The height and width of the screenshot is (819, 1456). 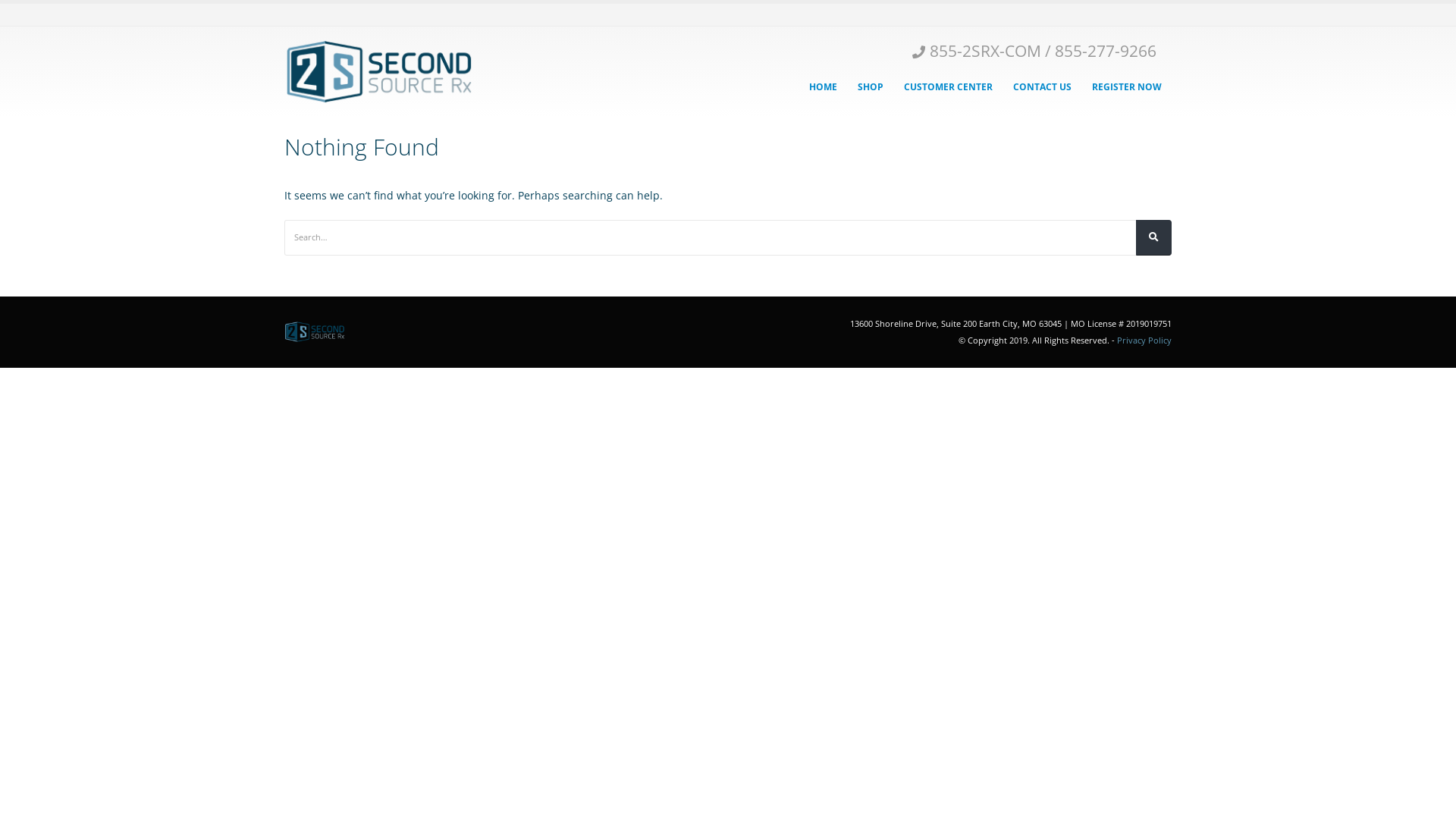 I want to click on 'SHOP', so click(x=870, y=86).